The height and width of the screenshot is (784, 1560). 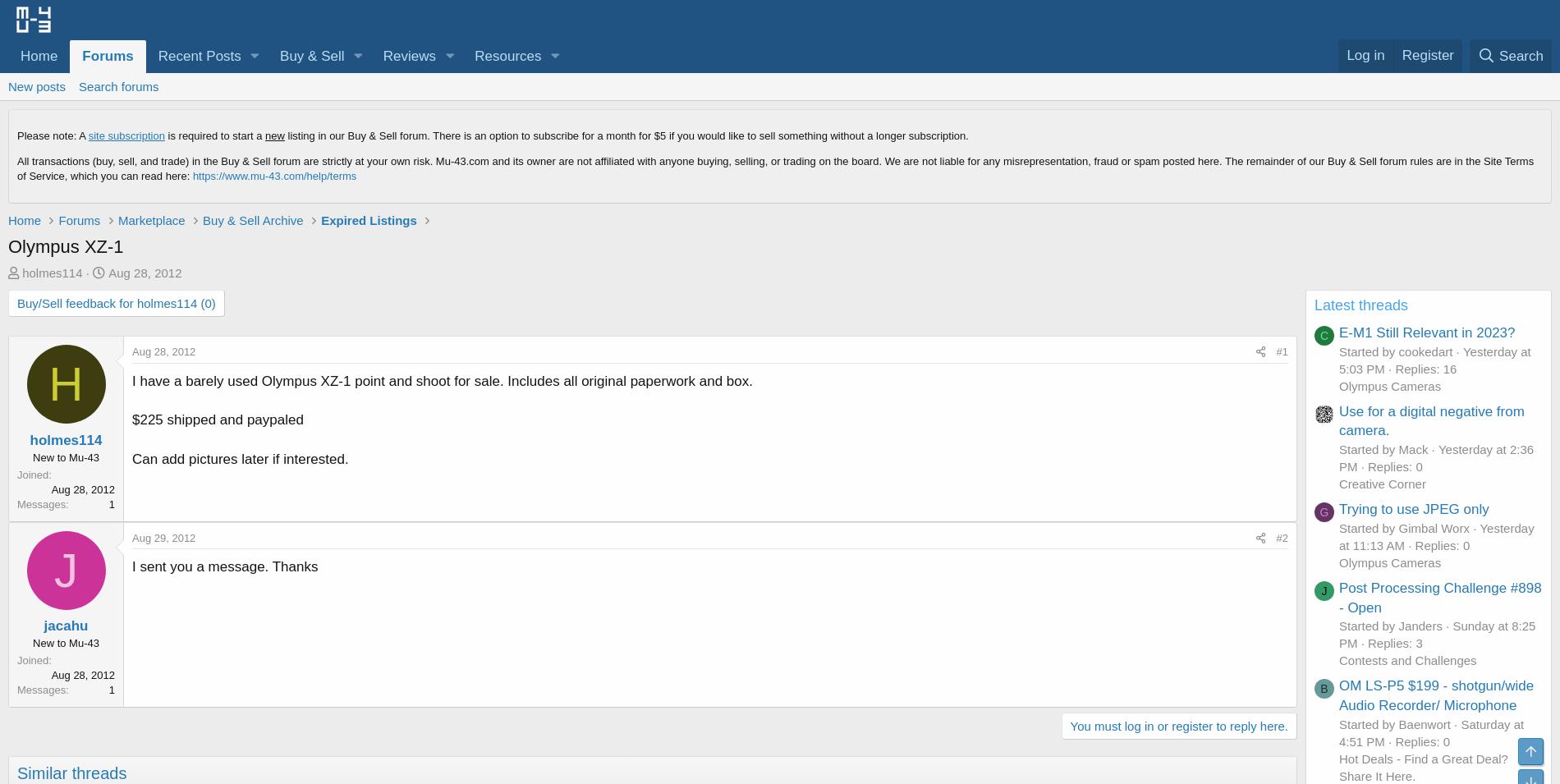 What do you see at coordinates (1435, 695) in the screenshot?
I see `'OM LS-P5 $199 - shotgun/wide Audio Recorder/ Microphone'` at bounding box center [1435, 695].